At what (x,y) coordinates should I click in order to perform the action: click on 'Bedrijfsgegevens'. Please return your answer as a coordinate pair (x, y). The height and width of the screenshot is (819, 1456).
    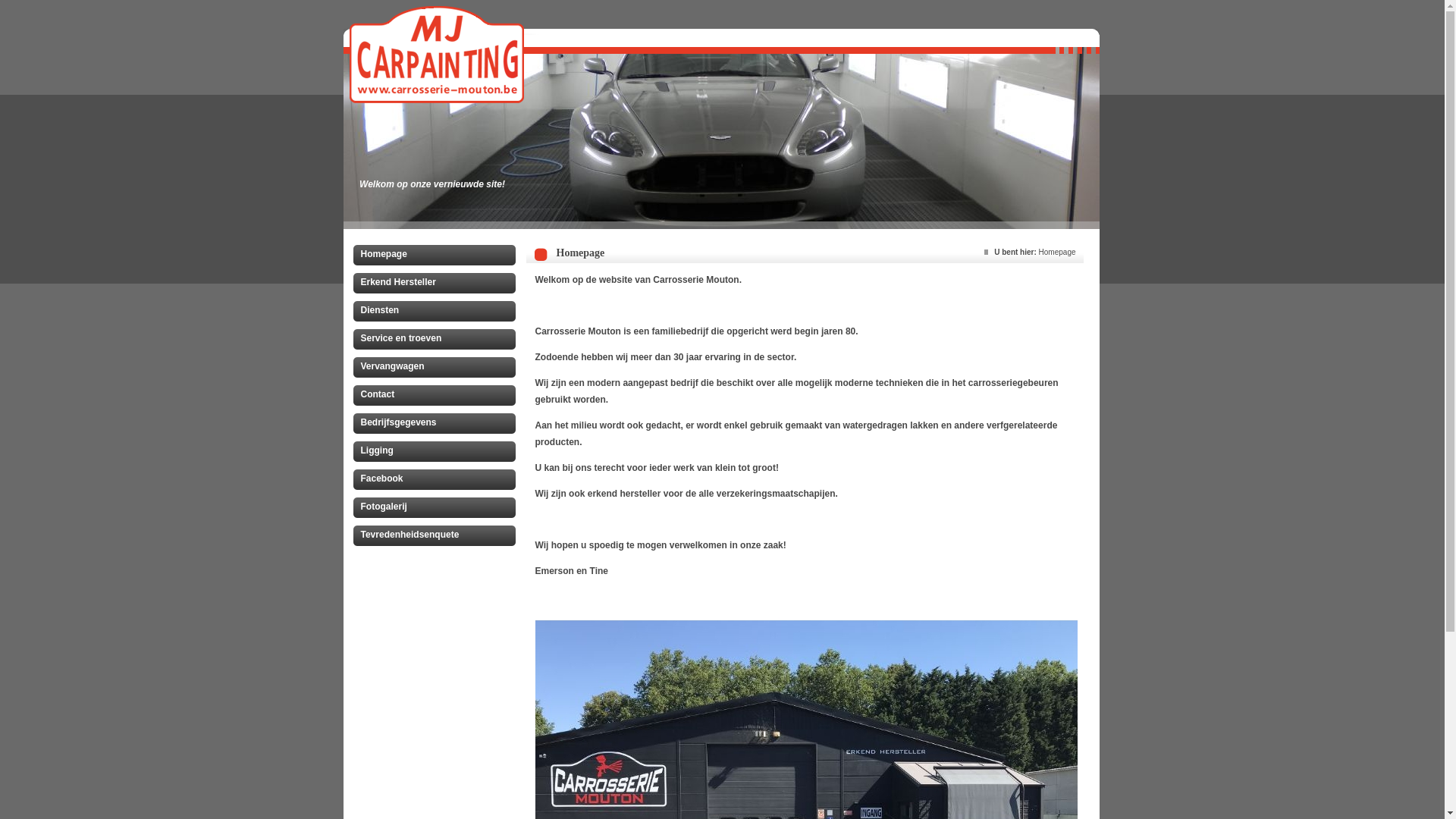
    Looking at the image, I should click on (352, 425).